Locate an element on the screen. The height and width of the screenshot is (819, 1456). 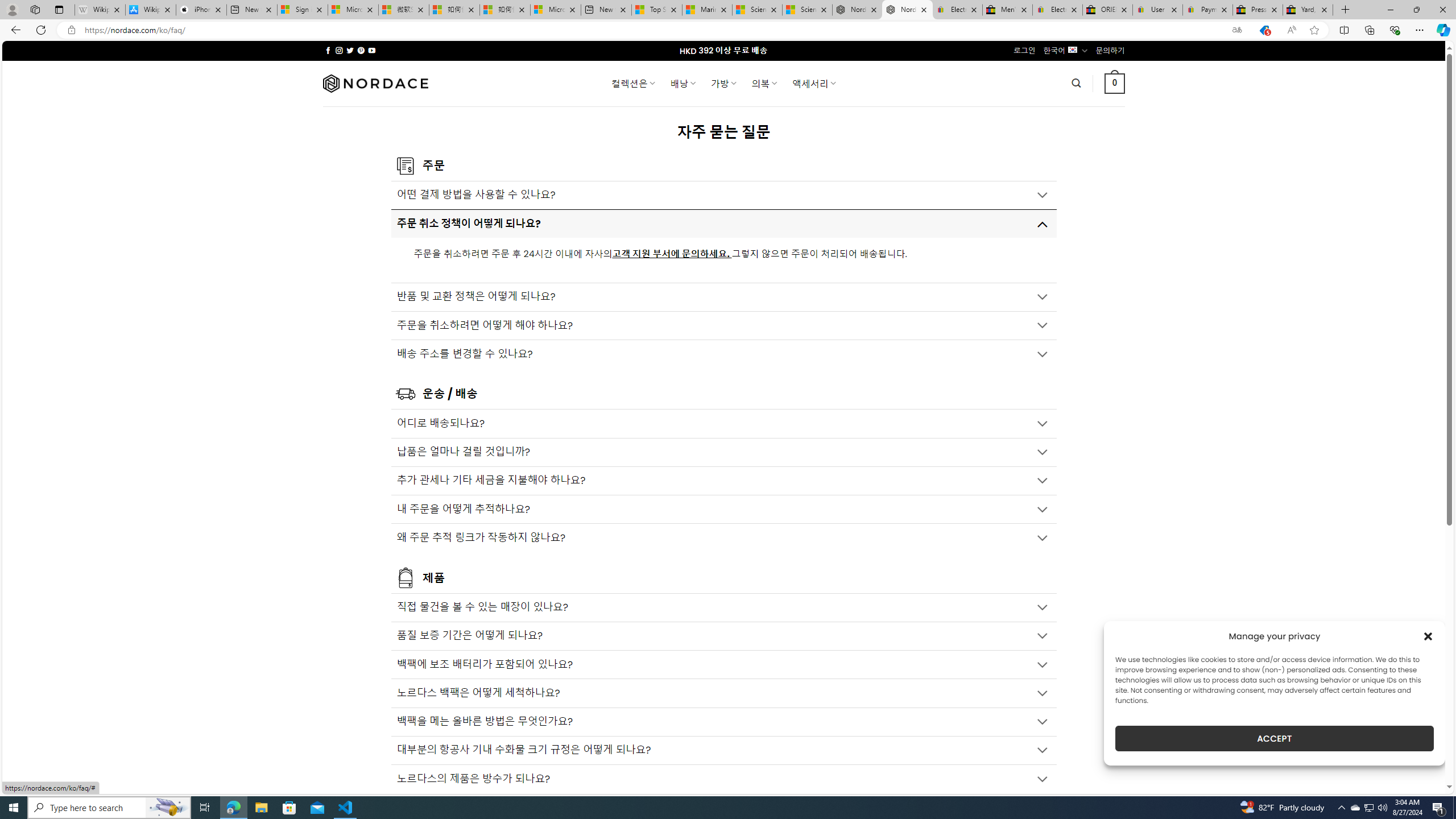
'Marine life - MSN' is located at coordinates (706, 9).